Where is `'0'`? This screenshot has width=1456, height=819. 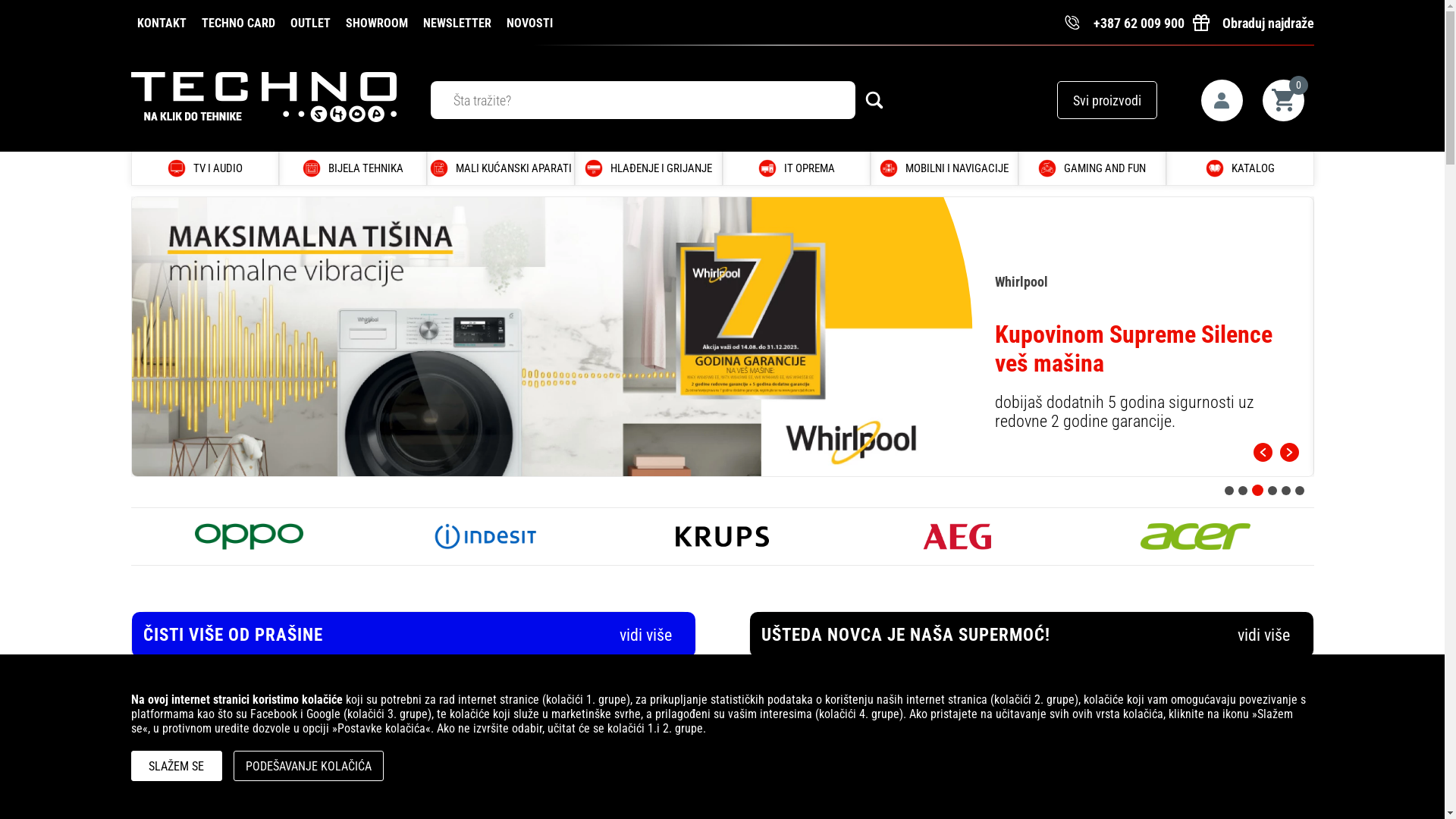
'0' is located at coordinates (1282, 99).